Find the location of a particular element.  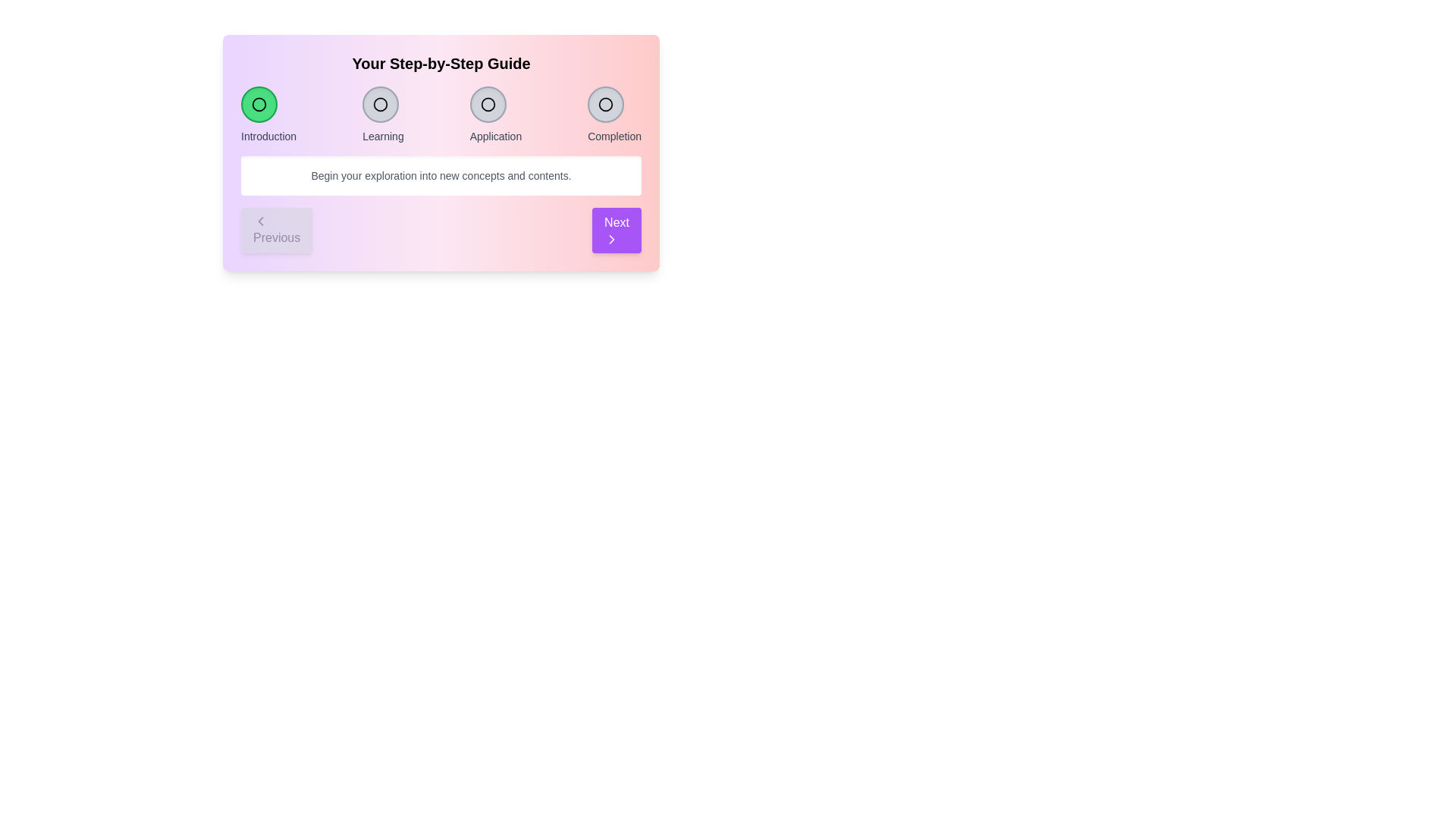

text of the label identified as 'Introduction', which is a smaller, medium-weight grayish text located centrally below a green circular button is located at coordinates (268, 136).